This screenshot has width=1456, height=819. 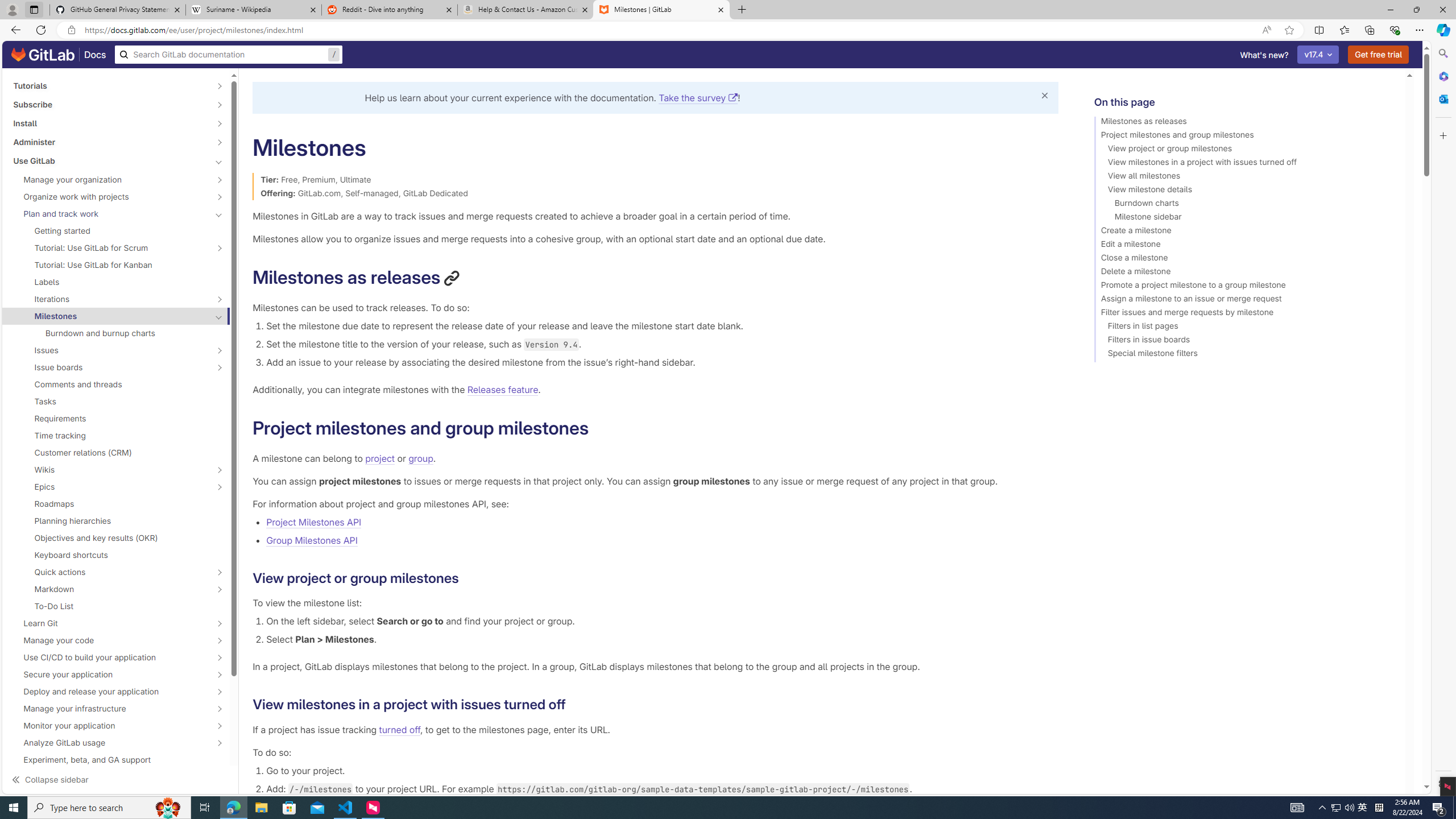 I want to click on 'Roadmaps', so click(x=115, y=503).